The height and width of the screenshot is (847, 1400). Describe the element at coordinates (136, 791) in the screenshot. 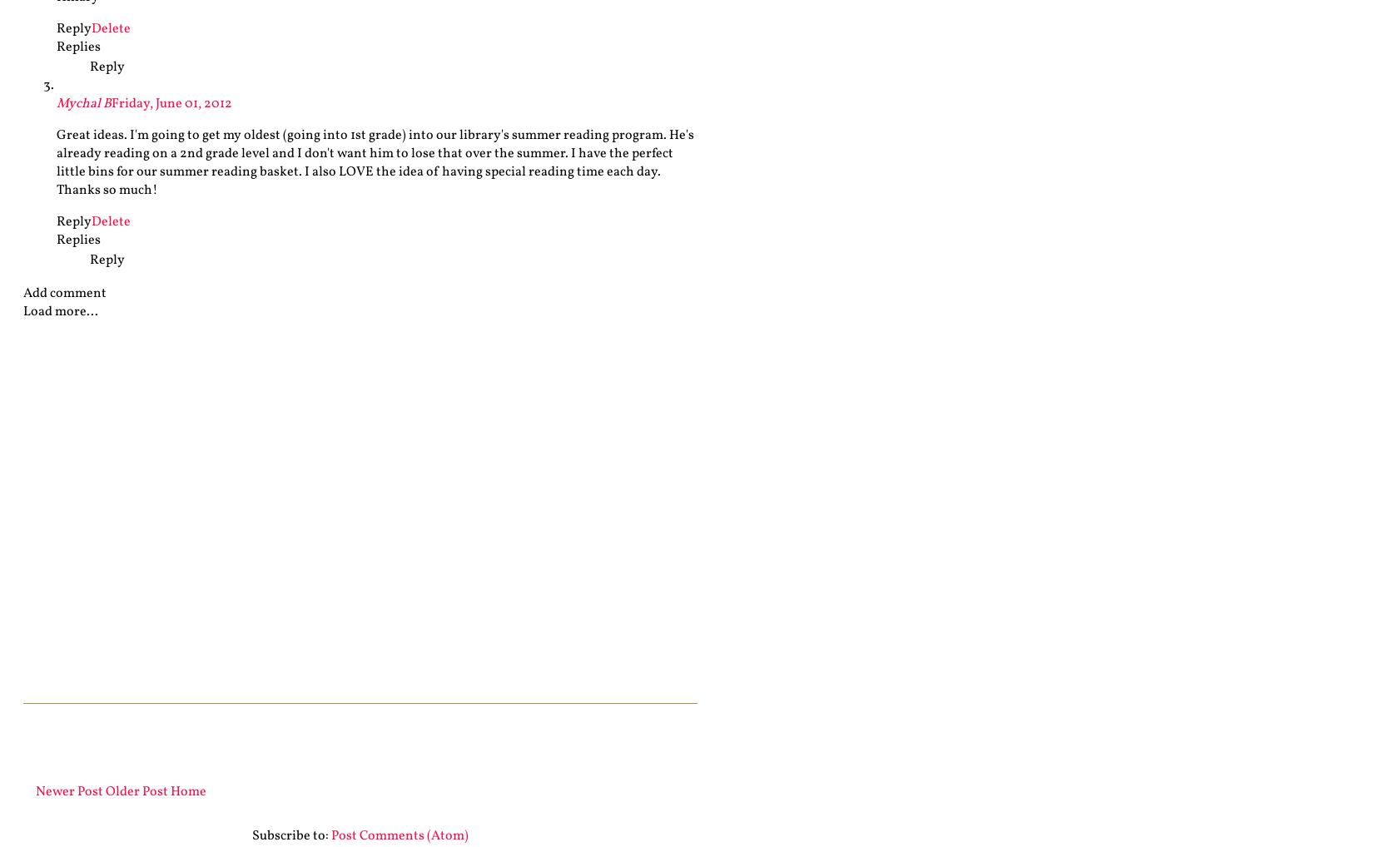

I see `'Older Post'` at that location.